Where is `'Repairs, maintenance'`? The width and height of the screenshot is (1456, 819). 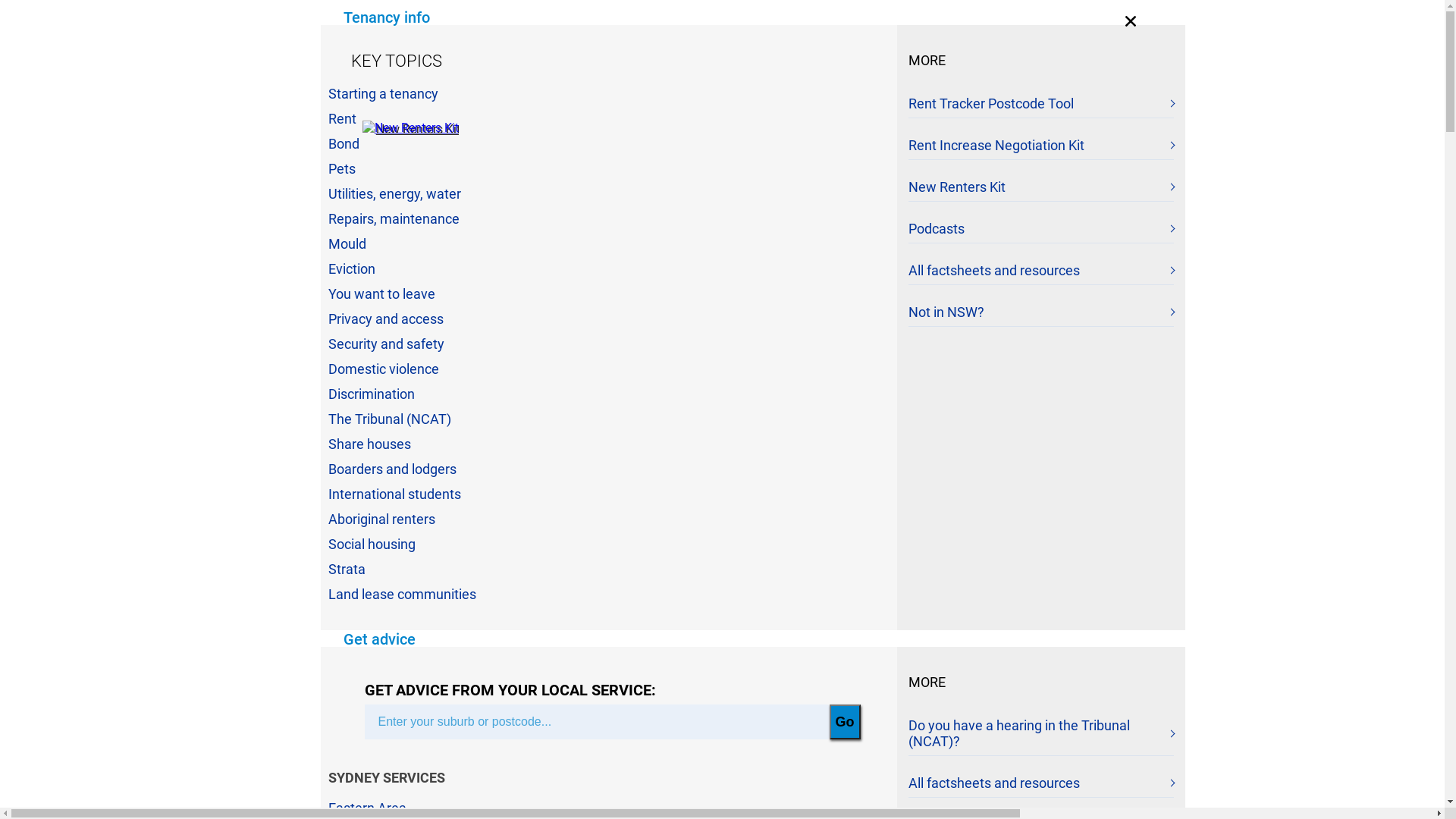
'Repairs, maintenance' is located at coordinates (393, 218).